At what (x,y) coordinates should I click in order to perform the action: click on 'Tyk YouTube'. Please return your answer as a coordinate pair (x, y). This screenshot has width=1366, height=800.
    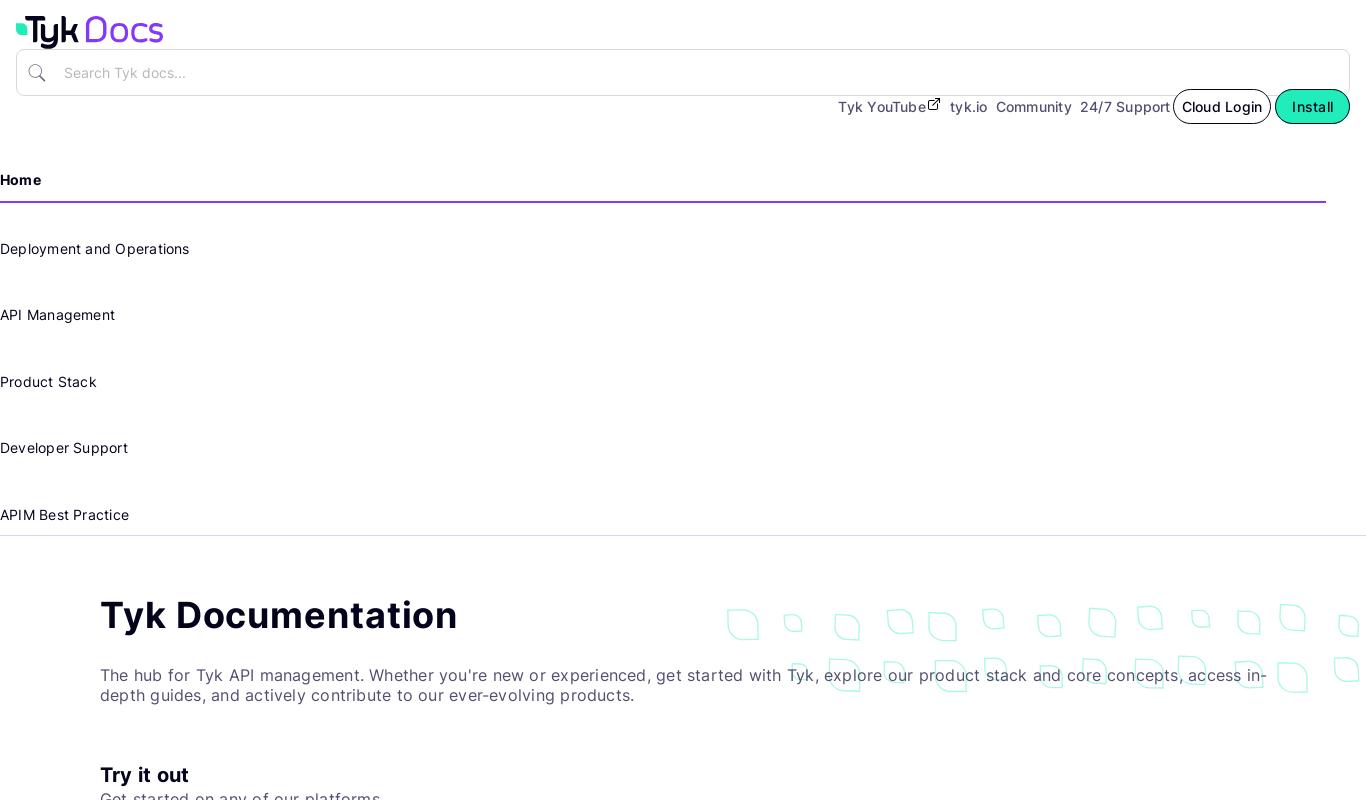
    Looking at the image, I should click on (880, 104).